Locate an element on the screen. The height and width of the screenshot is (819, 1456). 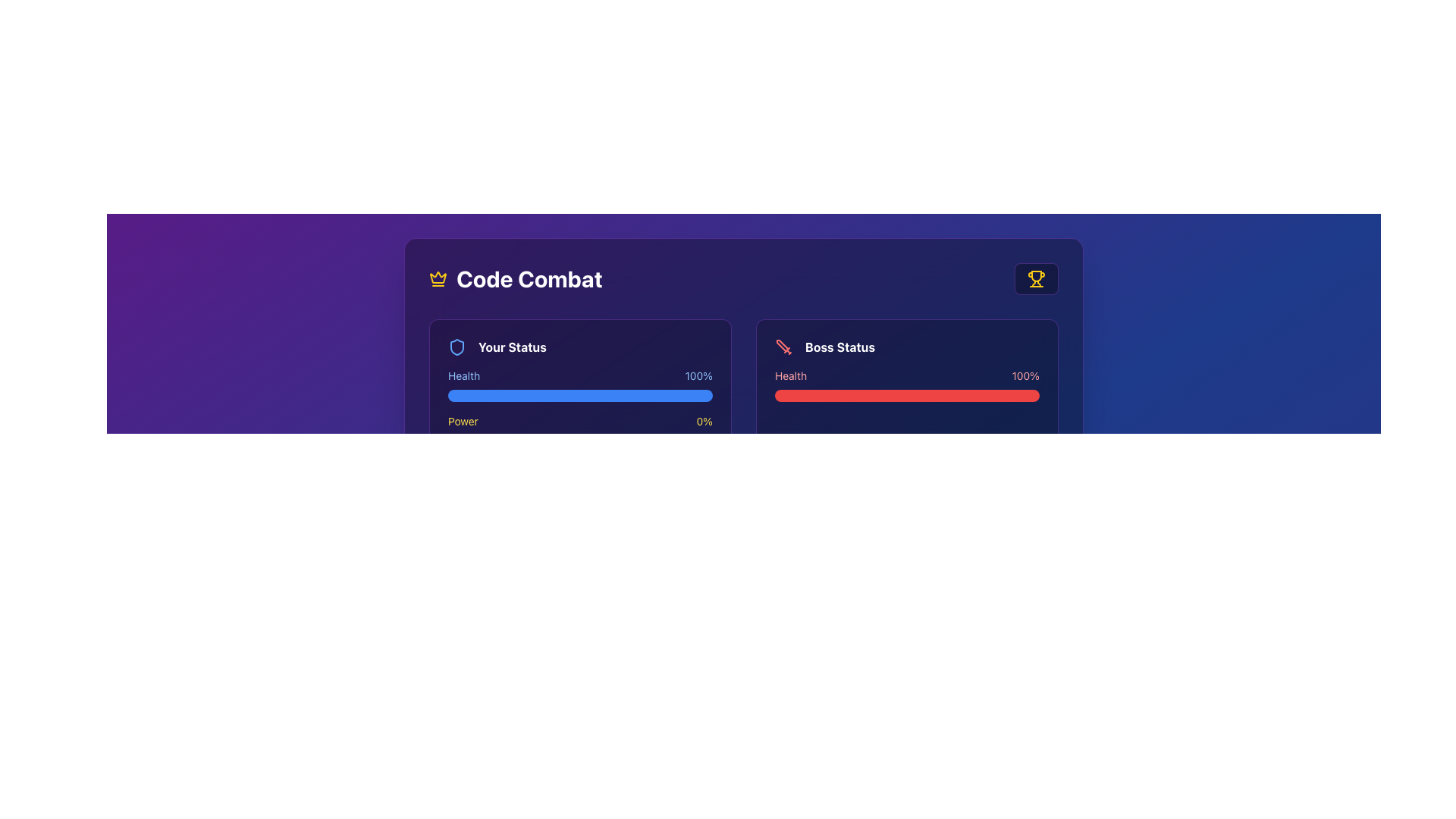
the panel titled 'Your Status' which features a shield icon and health and power bars, located to the left of the 'Boss Status' panel is located at coordinates (579, 391).